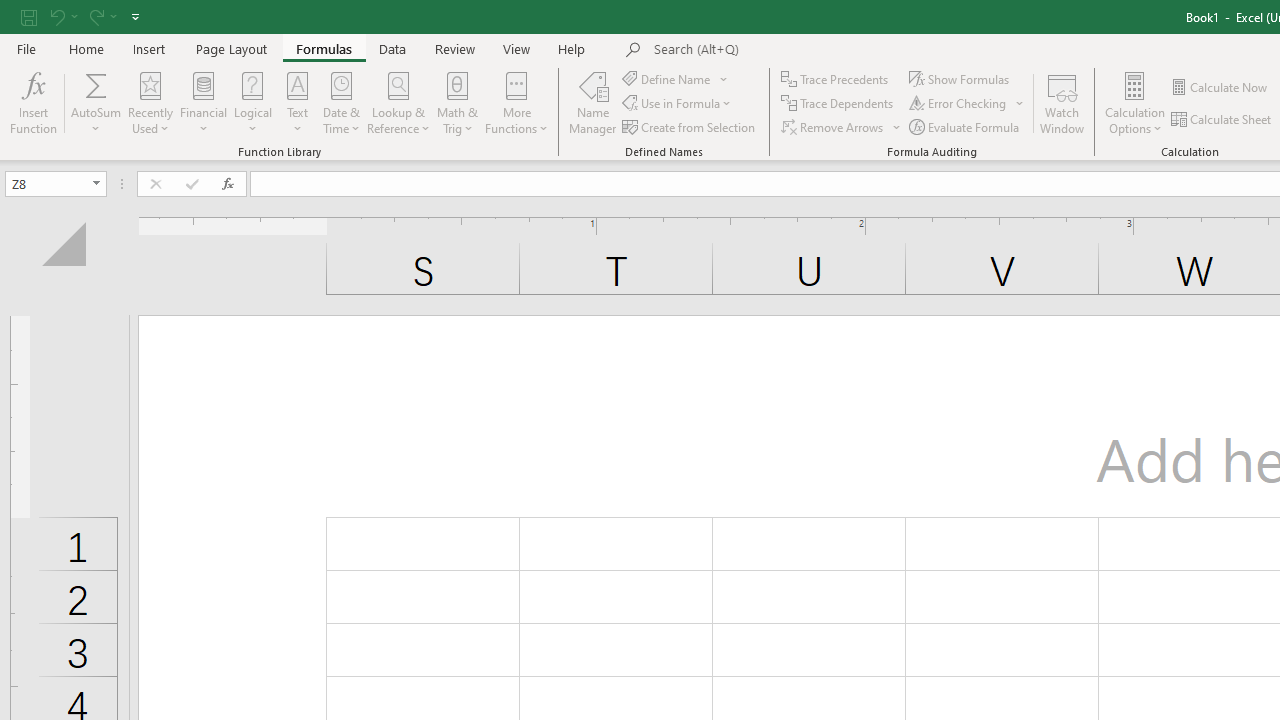 This screenshot has width=1280, height=720. What do you see at coordinates (296, 103) in the screenshot?
I see `'Text'` at bounding box center [296, 103].